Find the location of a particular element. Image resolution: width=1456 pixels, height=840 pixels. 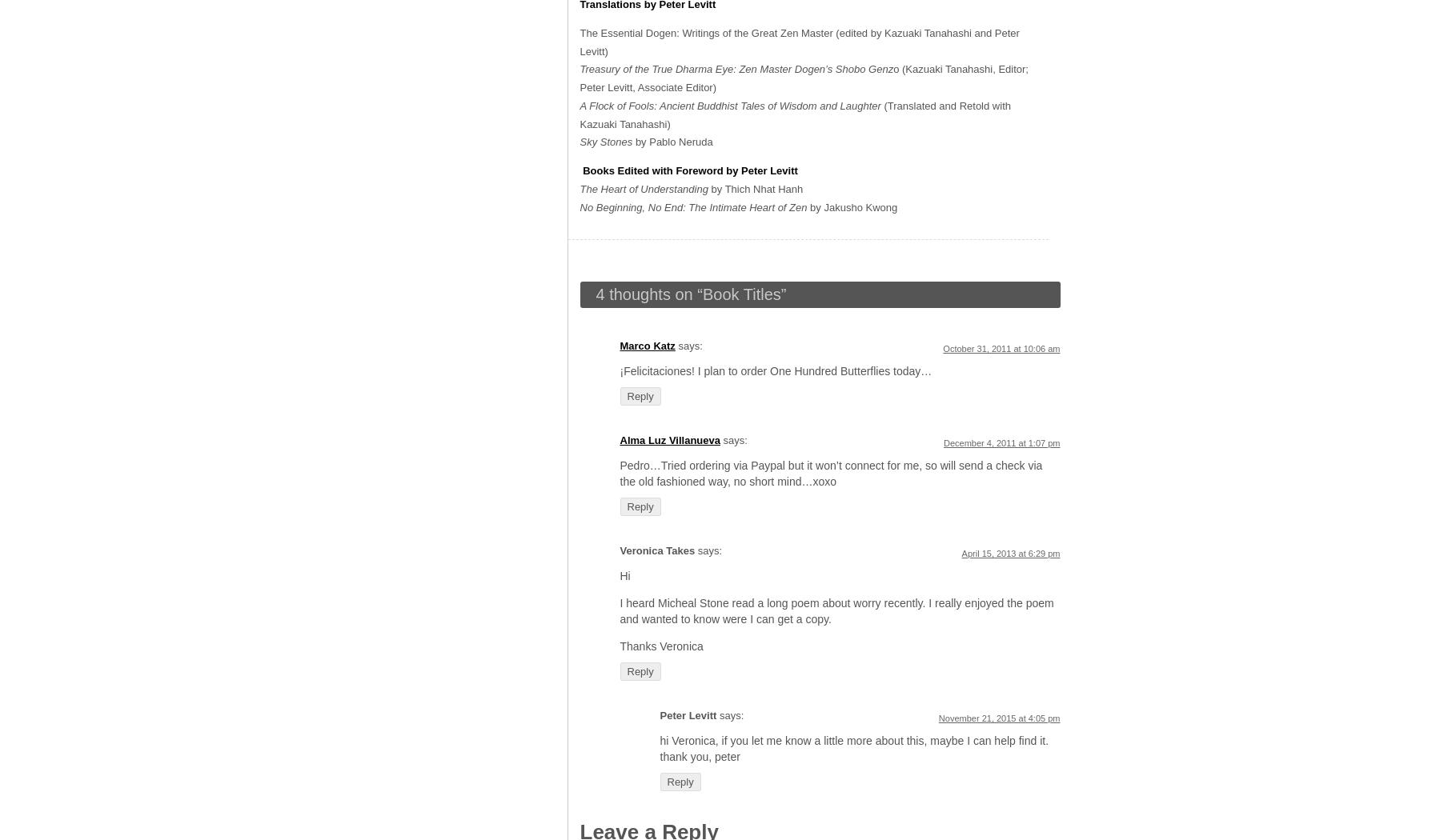

'4 thoughts on “' is located at coordinates (648, 294).